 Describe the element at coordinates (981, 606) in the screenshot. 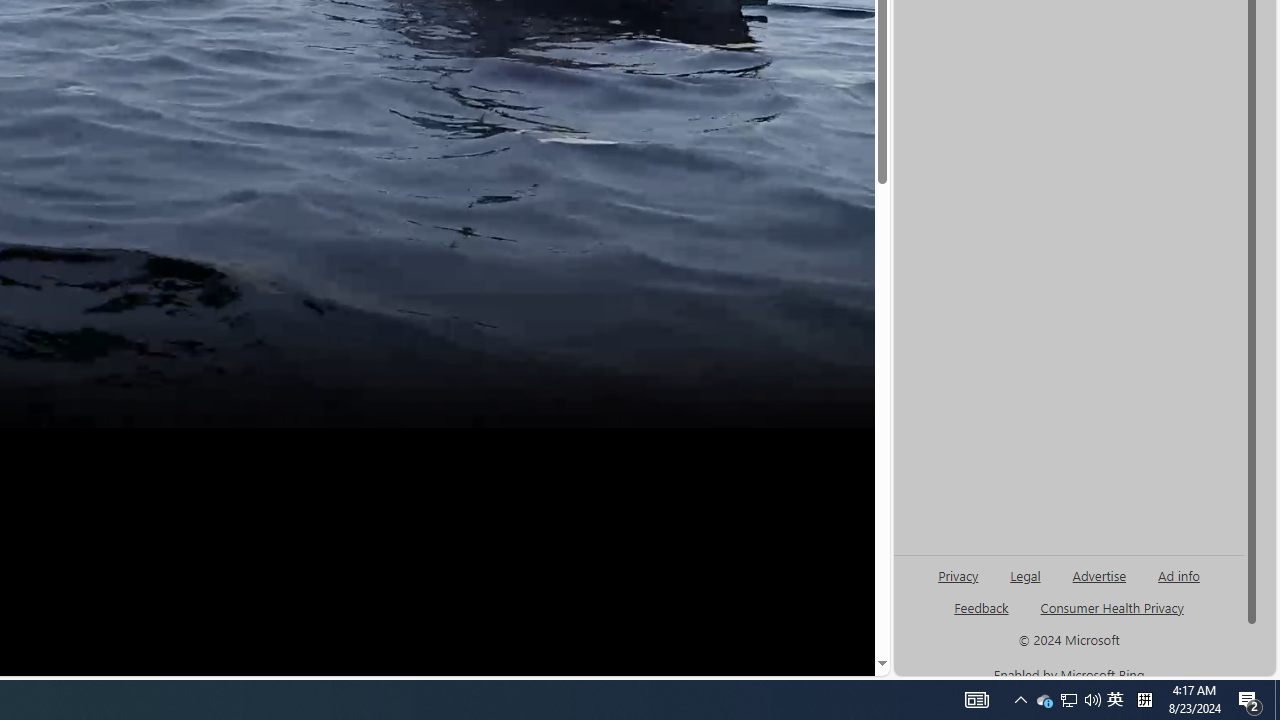

I see `'AutomationID: sb_feedback'` at that location.